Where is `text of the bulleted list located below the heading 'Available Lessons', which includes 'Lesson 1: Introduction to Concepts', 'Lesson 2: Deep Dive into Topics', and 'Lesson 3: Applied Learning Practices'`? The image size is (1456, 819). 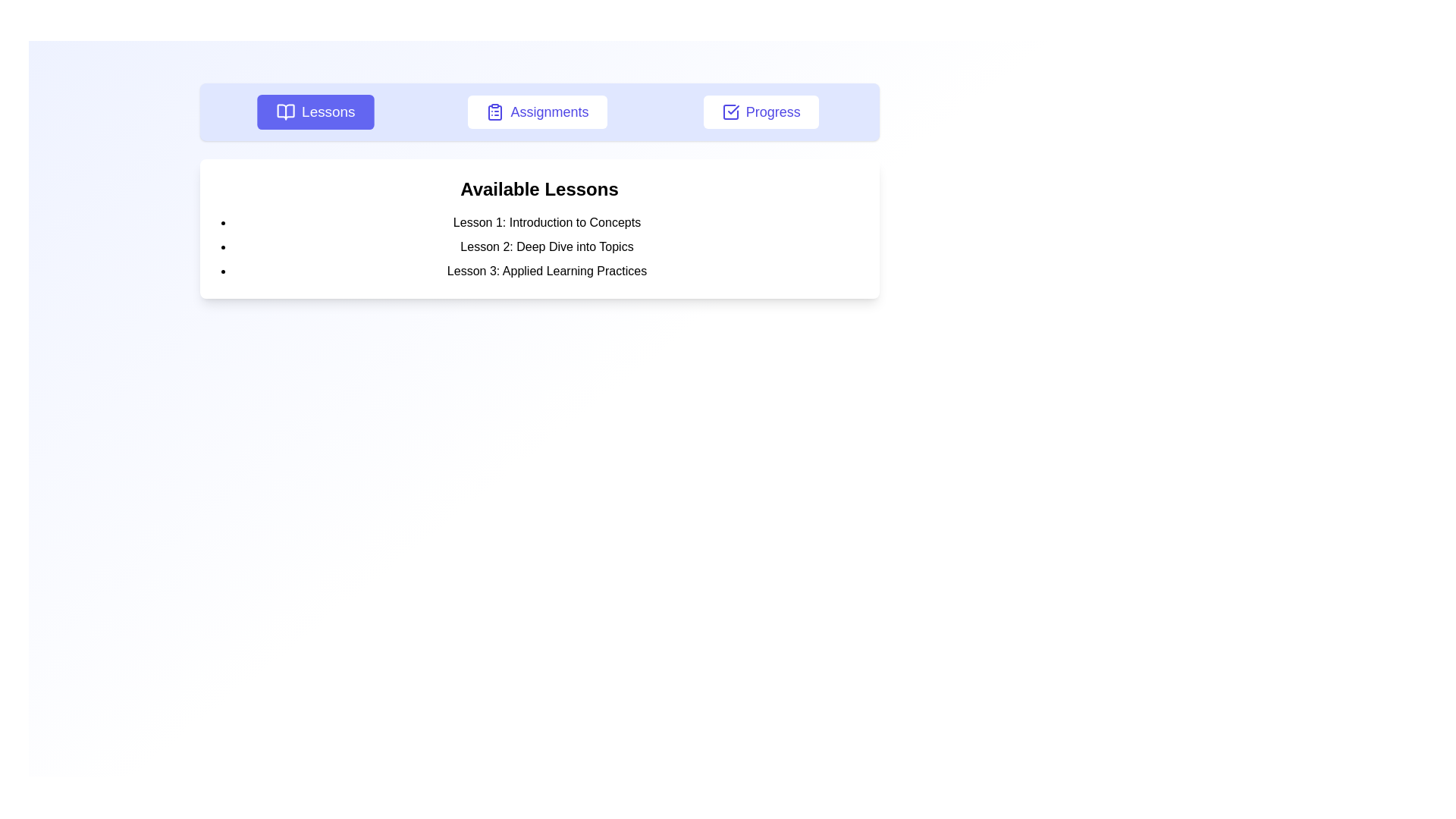
text of the bulleted list located below the heading 'Available Lessons', which includes 'Lesson 1: Introduction to Concepts', 'Lesson 2: Deep Dive into Topics', and 'Lesson 3: Applied Learning Practices' is located at coordinates (539, 246).